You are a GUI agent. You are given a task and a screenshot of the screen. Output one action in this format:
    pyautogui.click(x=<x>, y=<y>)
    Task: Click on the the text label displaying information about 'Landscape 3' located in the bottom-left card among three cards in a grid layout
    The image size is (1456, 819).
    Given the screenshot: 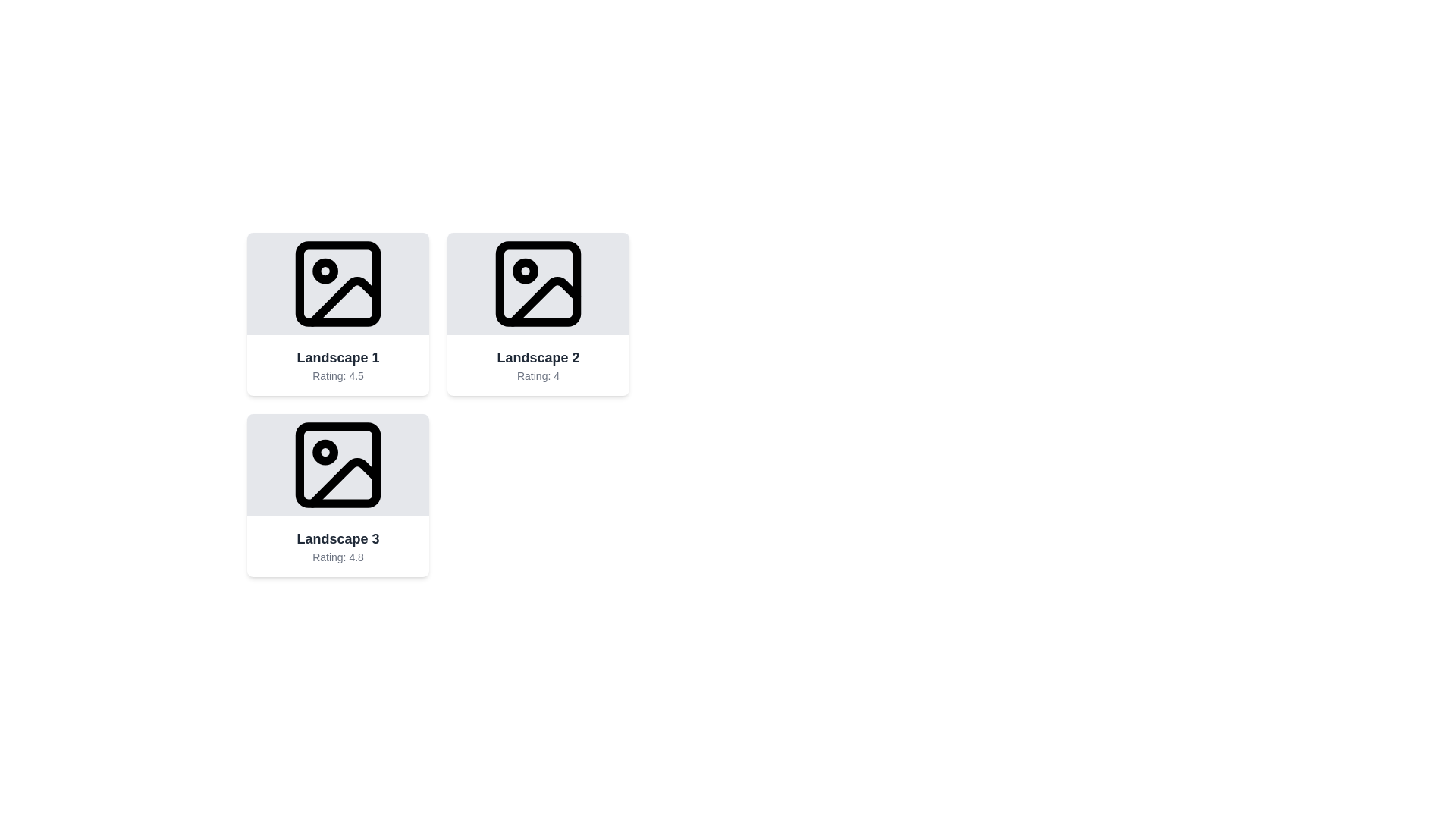 What is the action you would take?
    pyautogui.click(x=337, y=547)
    